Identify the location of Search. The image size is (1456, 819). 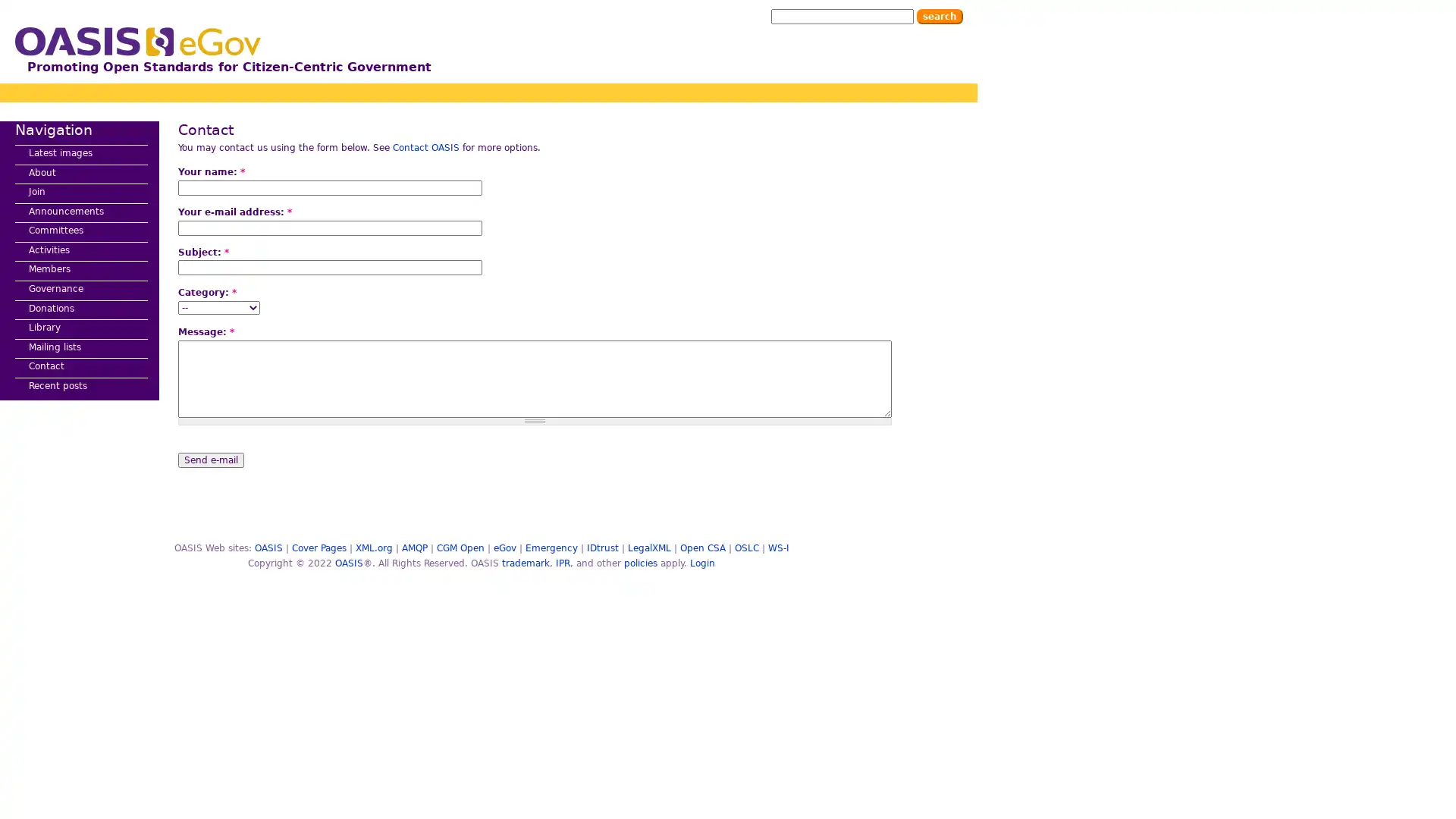
(939, 17).